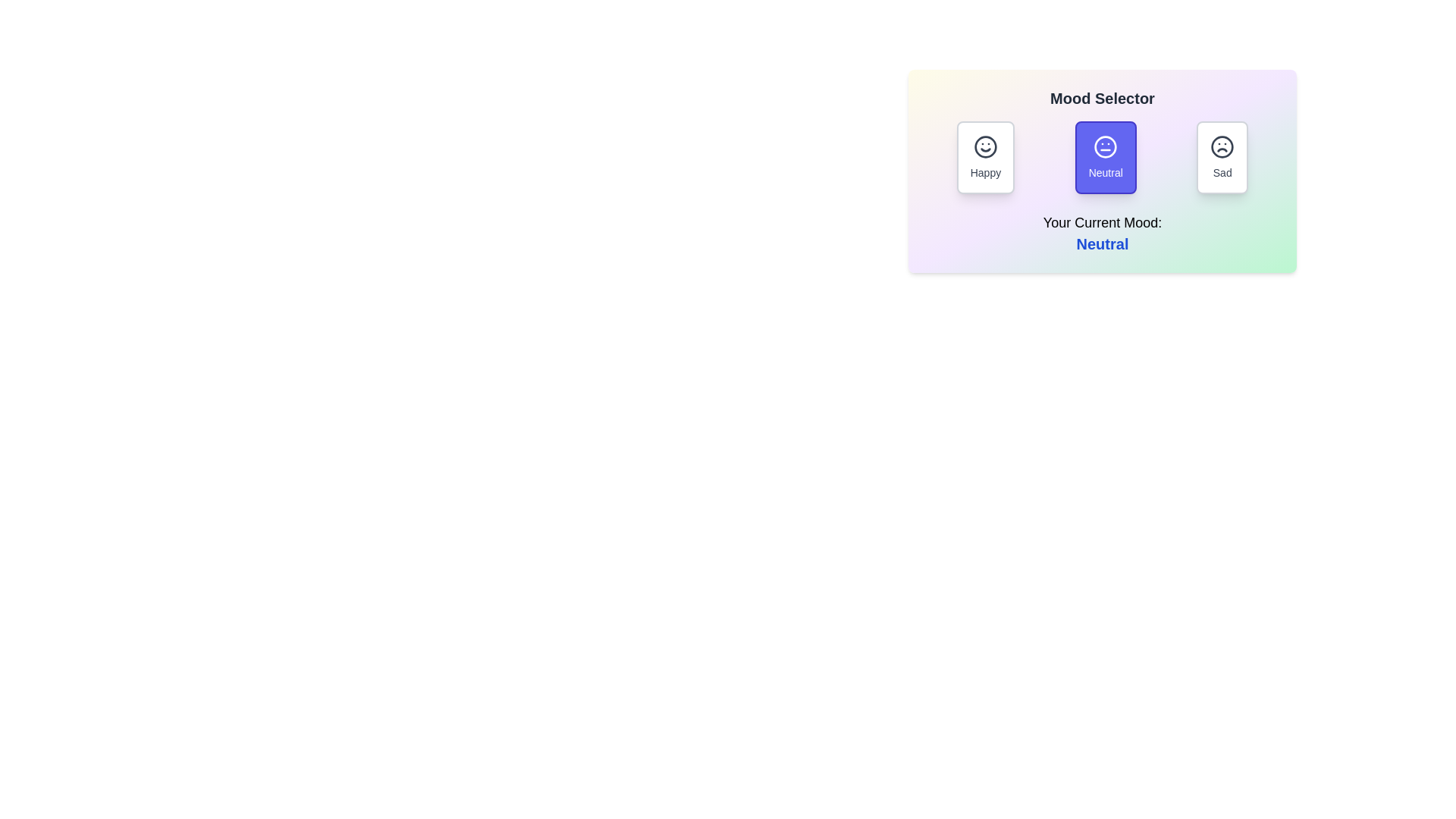 The height and width of the screenshot is (819, 1456). I want to click on the smiley face icon in the 'Happy' section of the mood selector, so click(986, 146).